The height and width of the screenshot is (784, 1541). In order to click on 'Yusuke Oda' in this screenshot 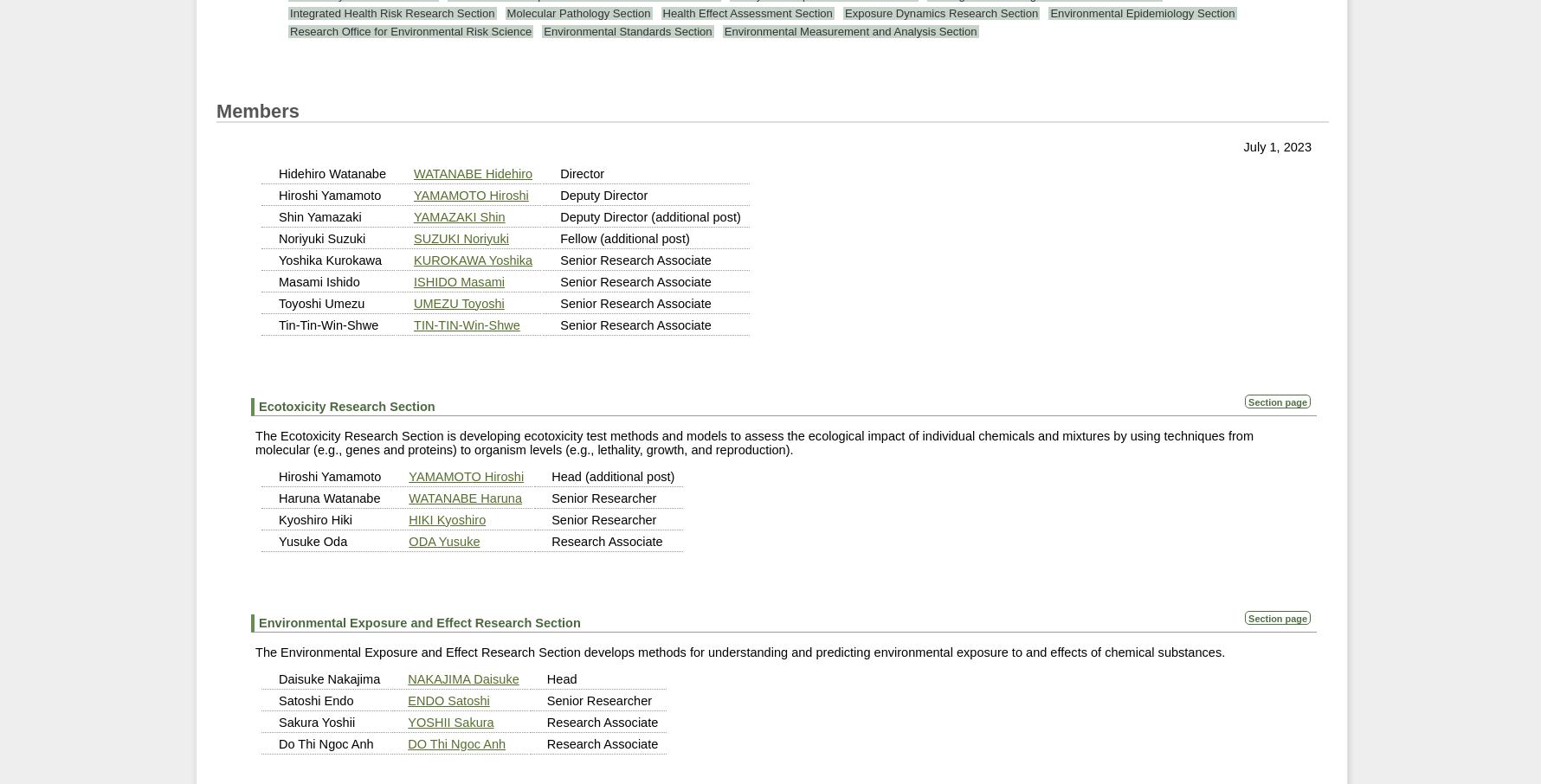, I will do `click(313, 540)`.